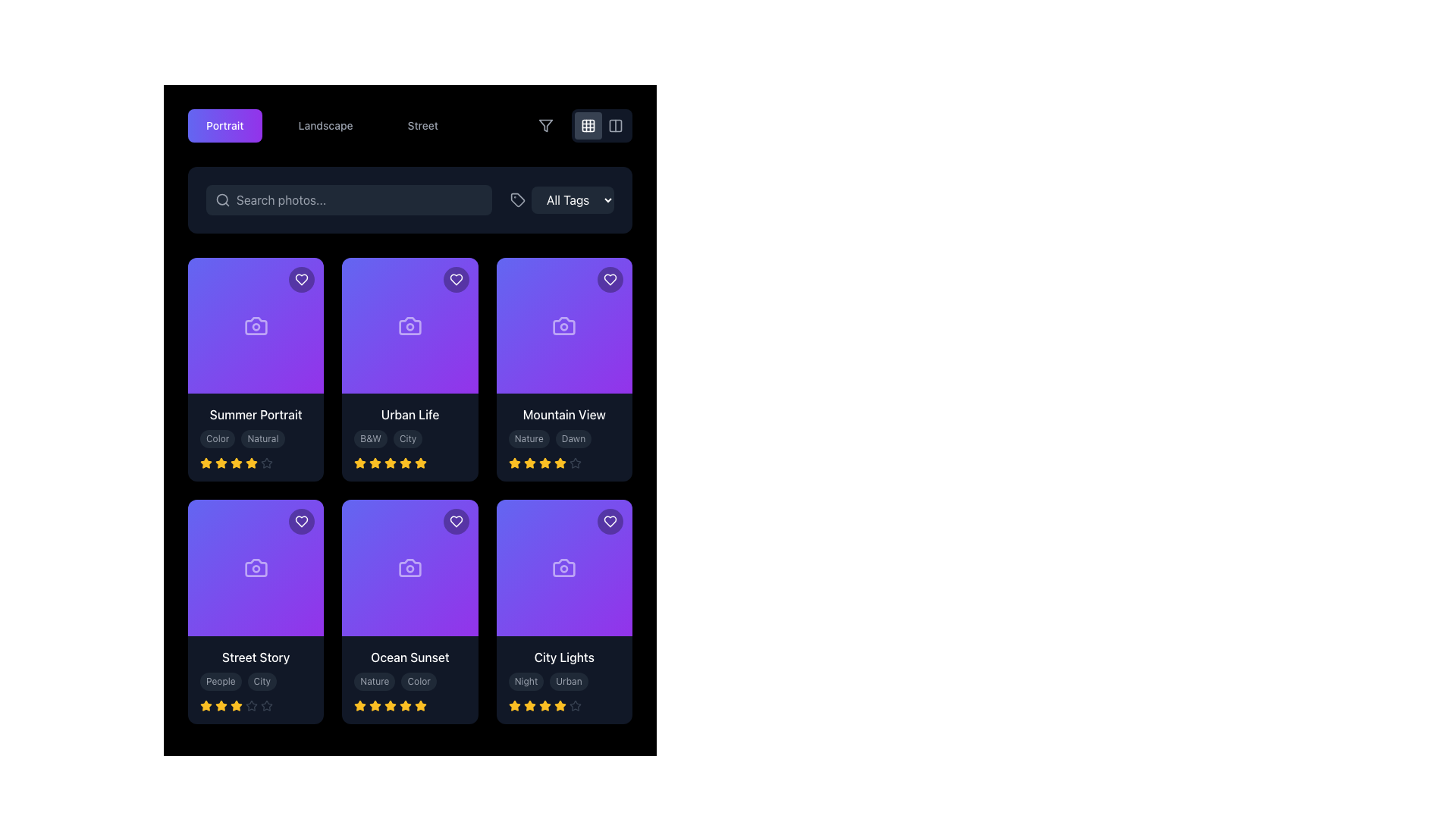 The image size is (1456, 819). Describe the element at coordinates (610, 521) in the screenshot. I see `the heart-shaped icon button located at the top-right corner of the 'City Lights' card` at that location.